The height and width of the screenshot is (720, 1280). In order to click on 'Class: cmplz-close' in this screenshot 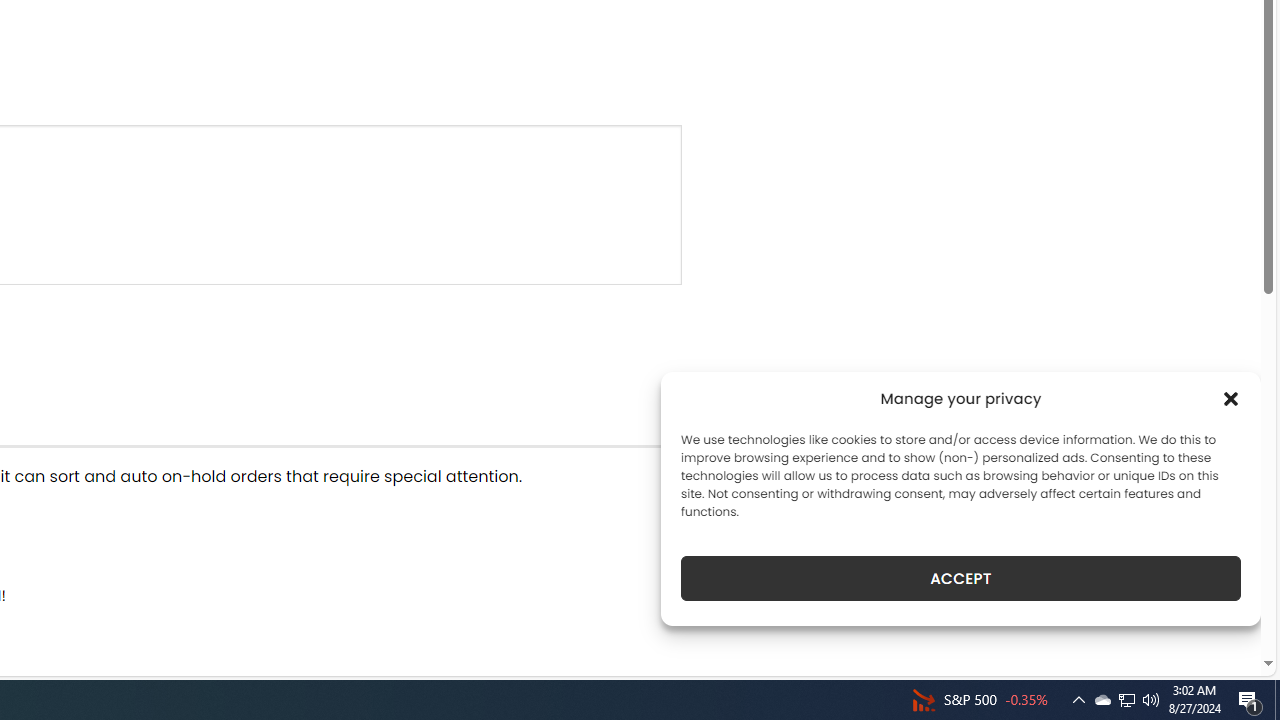, I will do `click(1230, 398)`.